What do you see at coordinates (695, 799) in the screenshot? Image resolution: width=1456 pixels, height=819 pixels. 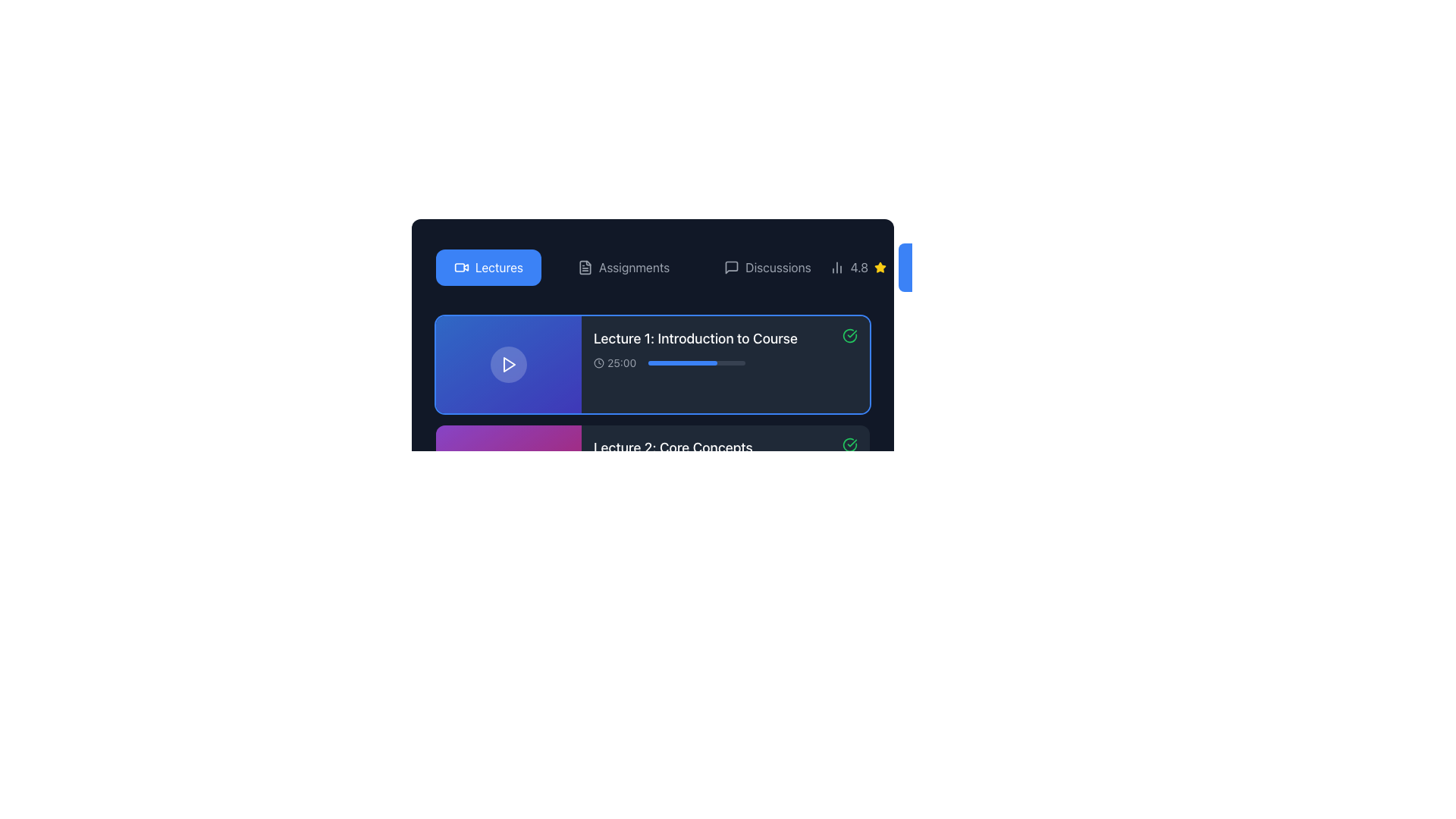 I see `the progress bar element that visually indicates completion or state, positioned in the middle area of the layout with a gray background and rounded ends` at bounding box center [695, 799].